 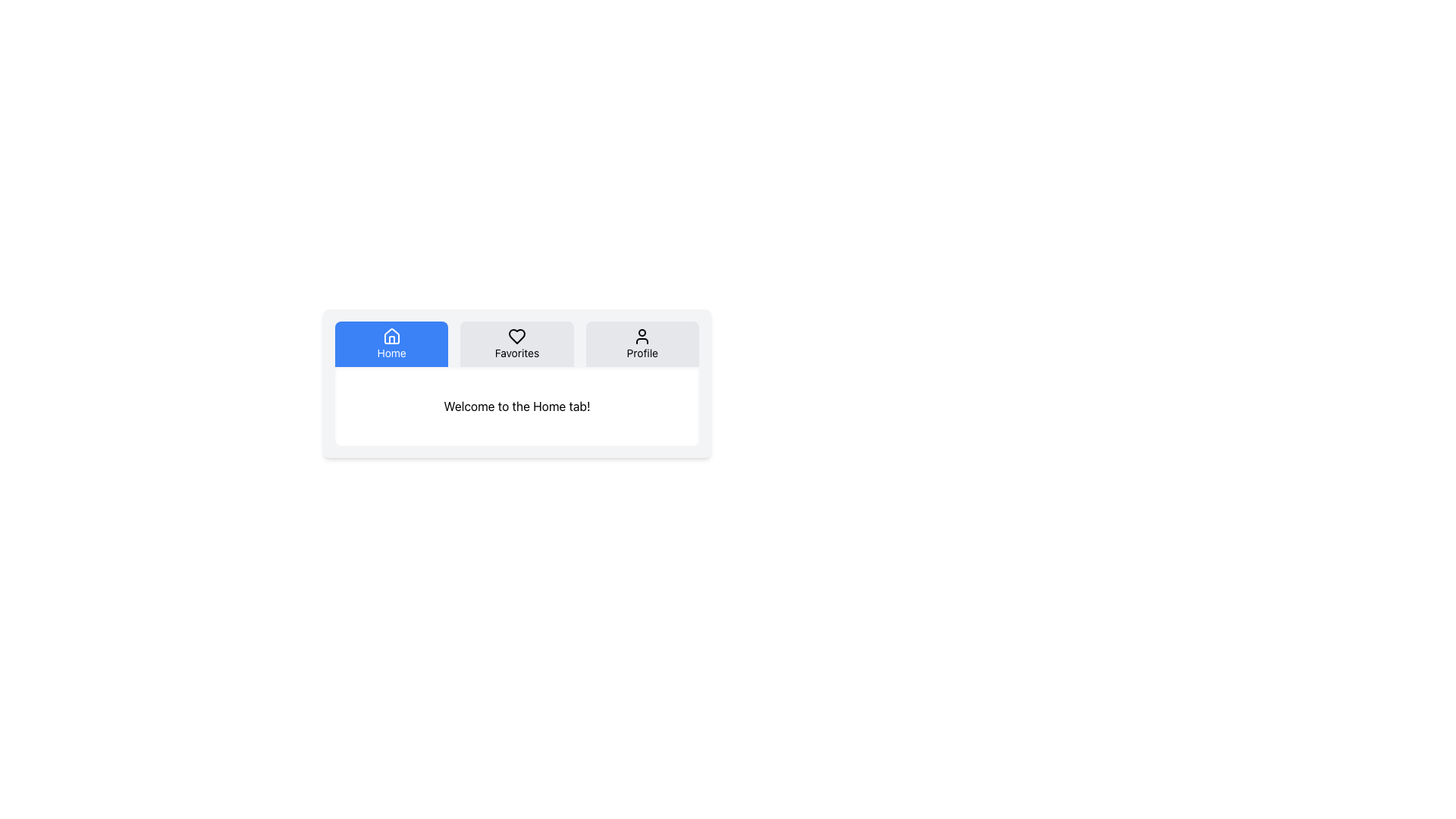 I want to click on the rightmost 'Profile' icon in the horizontal navigation bar, so click(x=642, y=335).